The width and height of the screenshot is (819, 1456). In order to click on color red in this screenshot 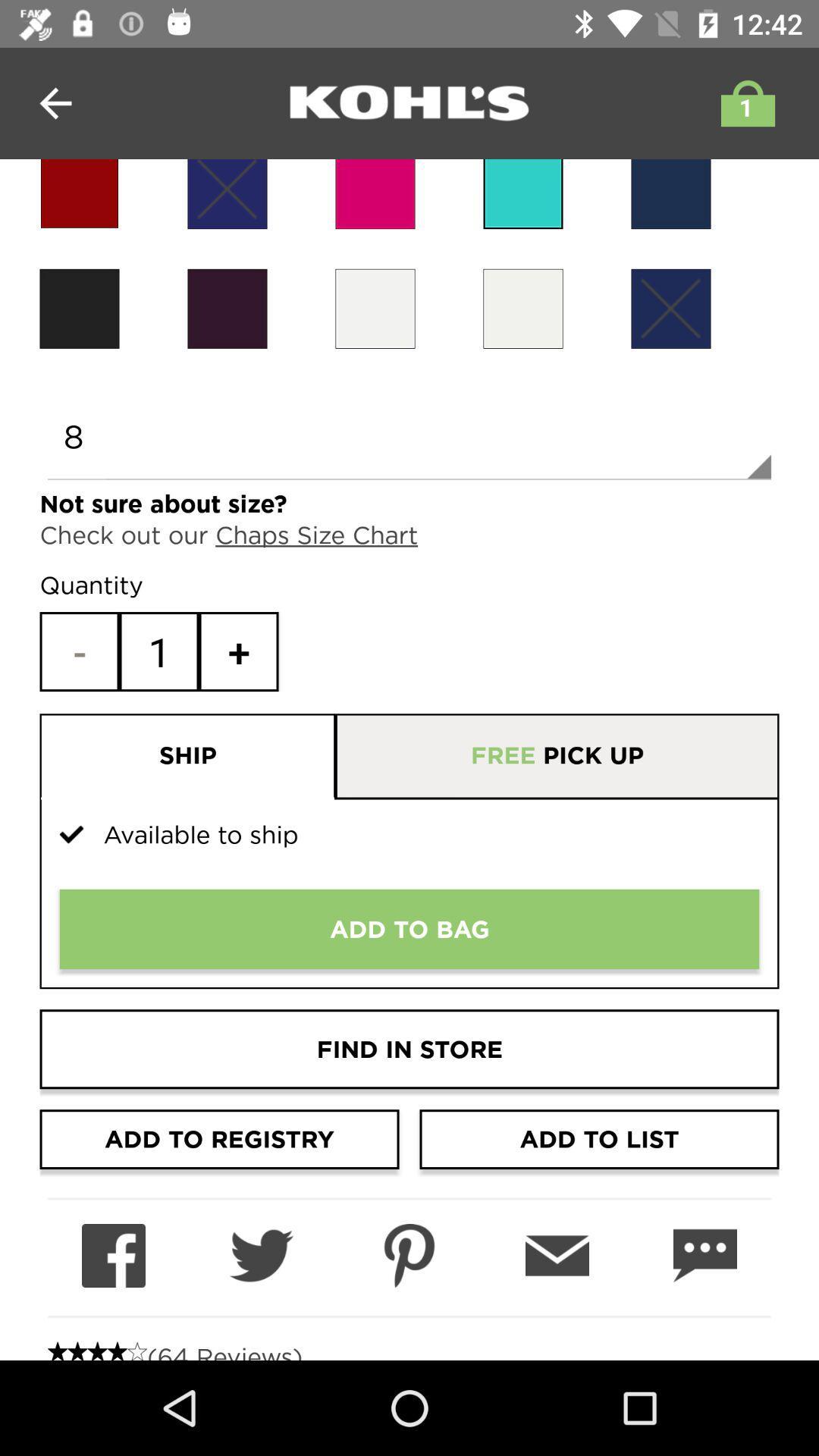, I will do `click(79, 193)`.